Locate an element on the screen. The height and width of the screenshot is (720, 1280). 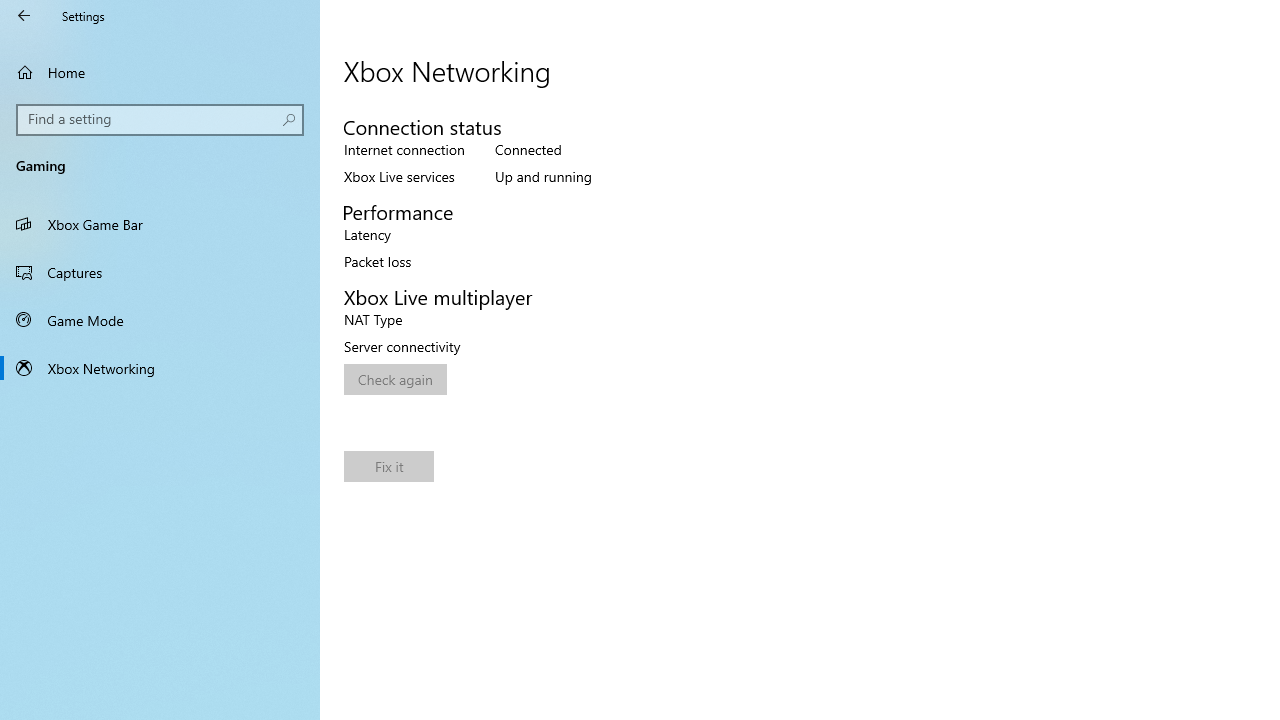
'Captures' is located at coordinates (160, 271).